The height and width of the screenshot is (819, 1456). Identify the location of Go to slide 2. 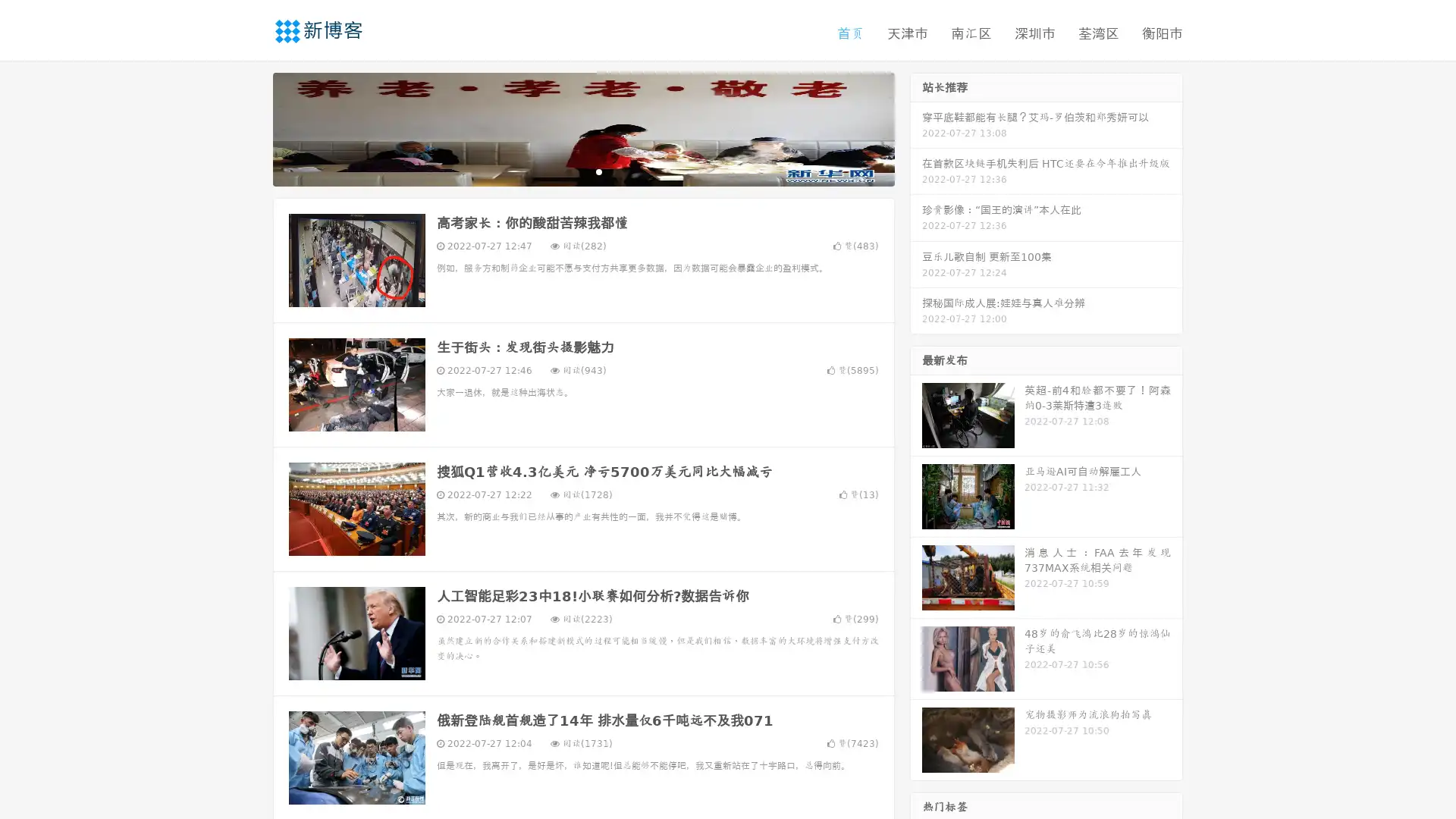
(582, 171).